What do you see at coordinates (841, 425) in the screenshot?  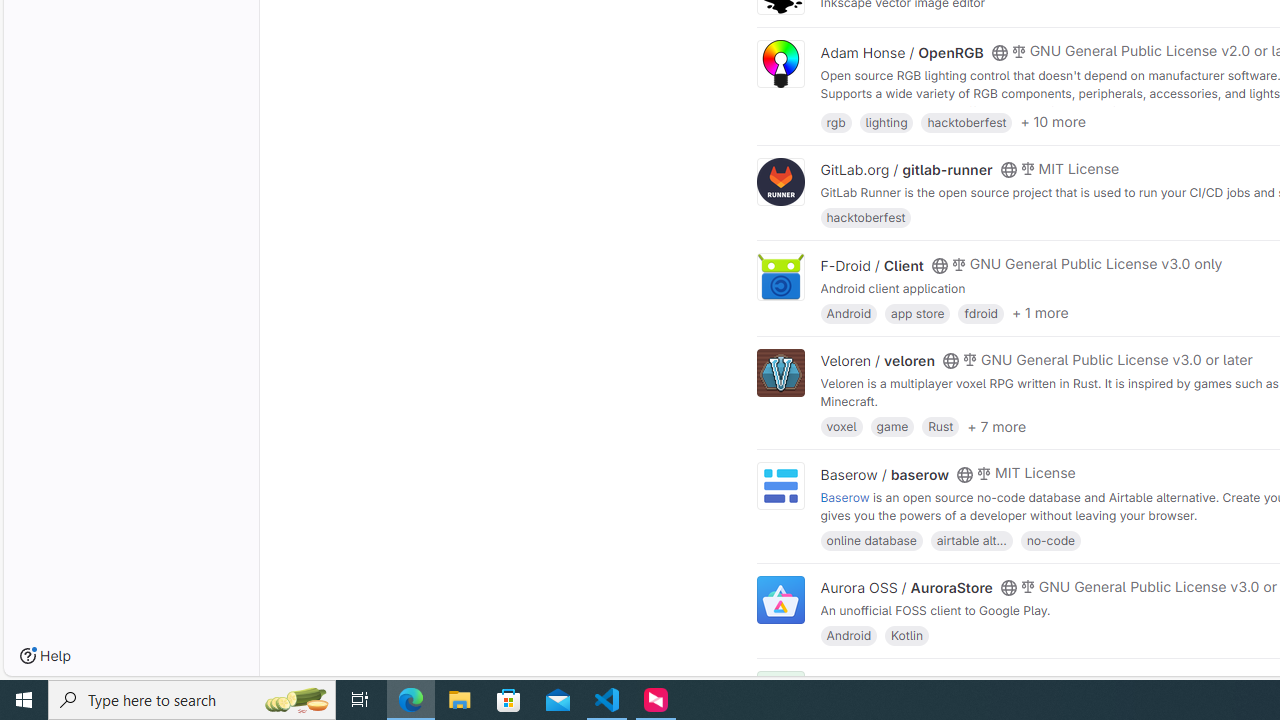 I see `'voxel'` at bounding box center [841, 425].